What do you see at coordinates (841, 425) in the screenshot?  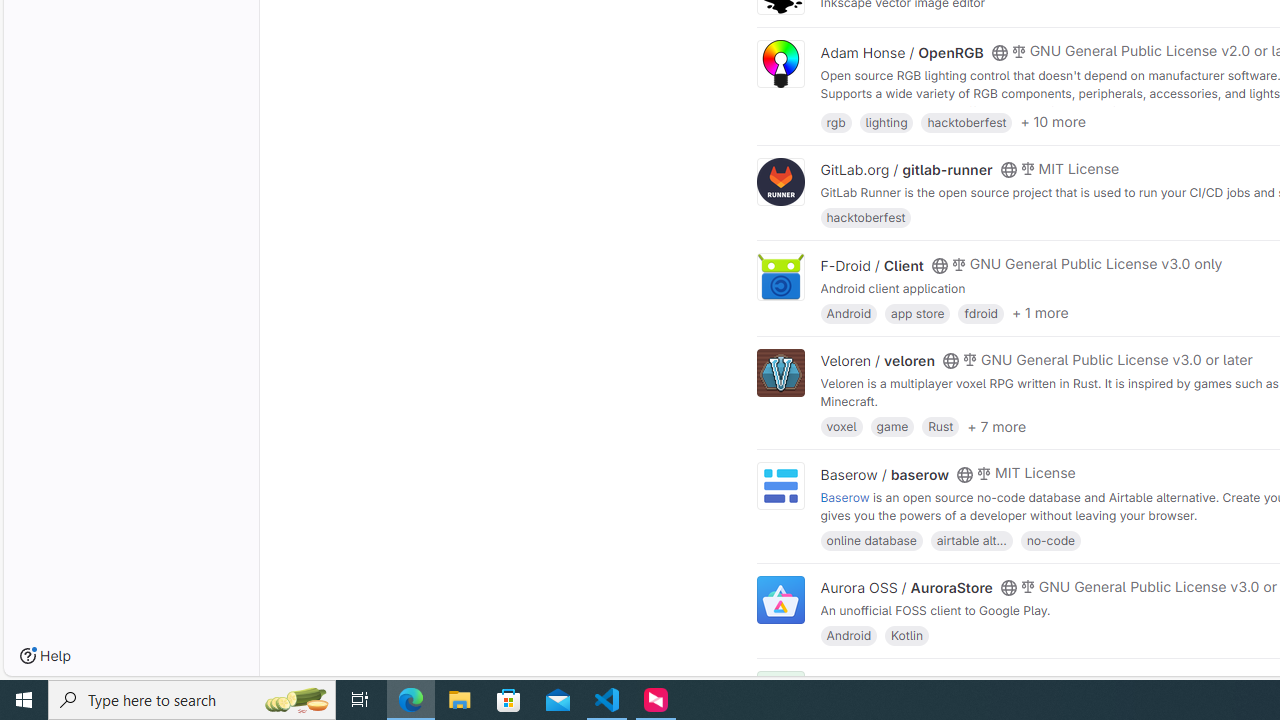 I see `'voxel'` at bounding box center [841, 425].